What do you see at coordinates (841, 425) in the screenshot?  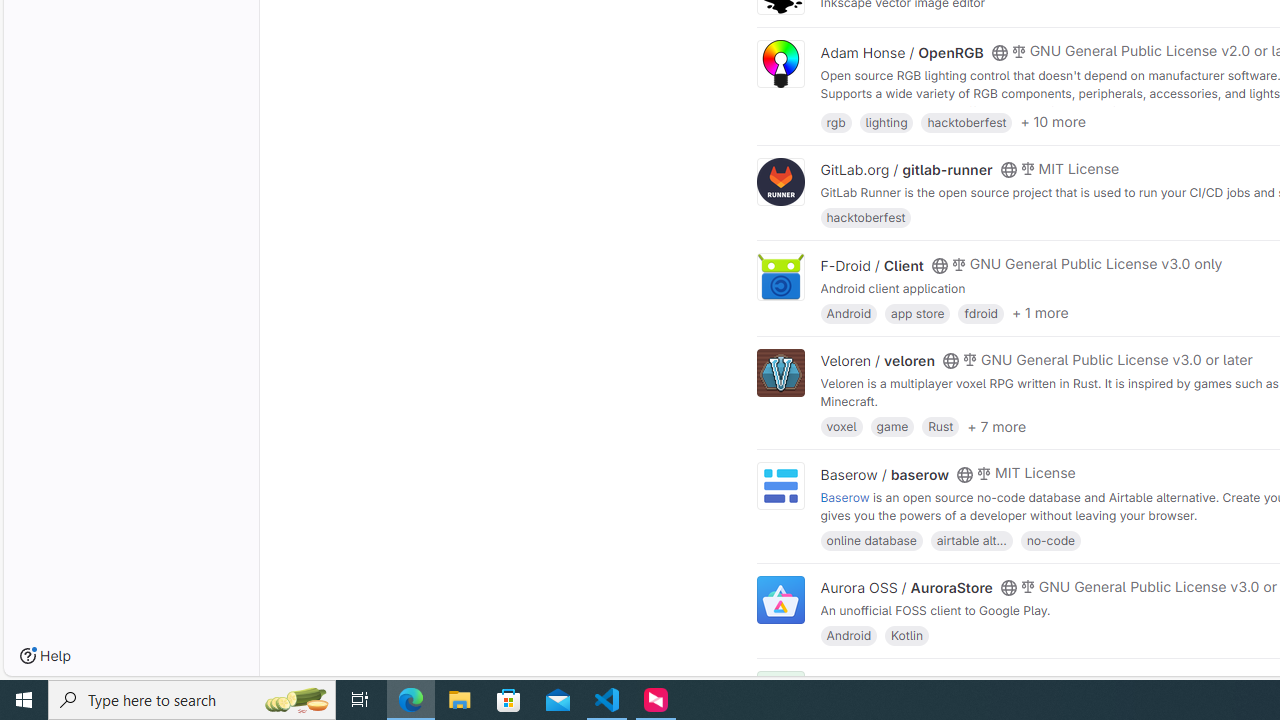 I see `'voxel'` at bounding box center [841, 425].